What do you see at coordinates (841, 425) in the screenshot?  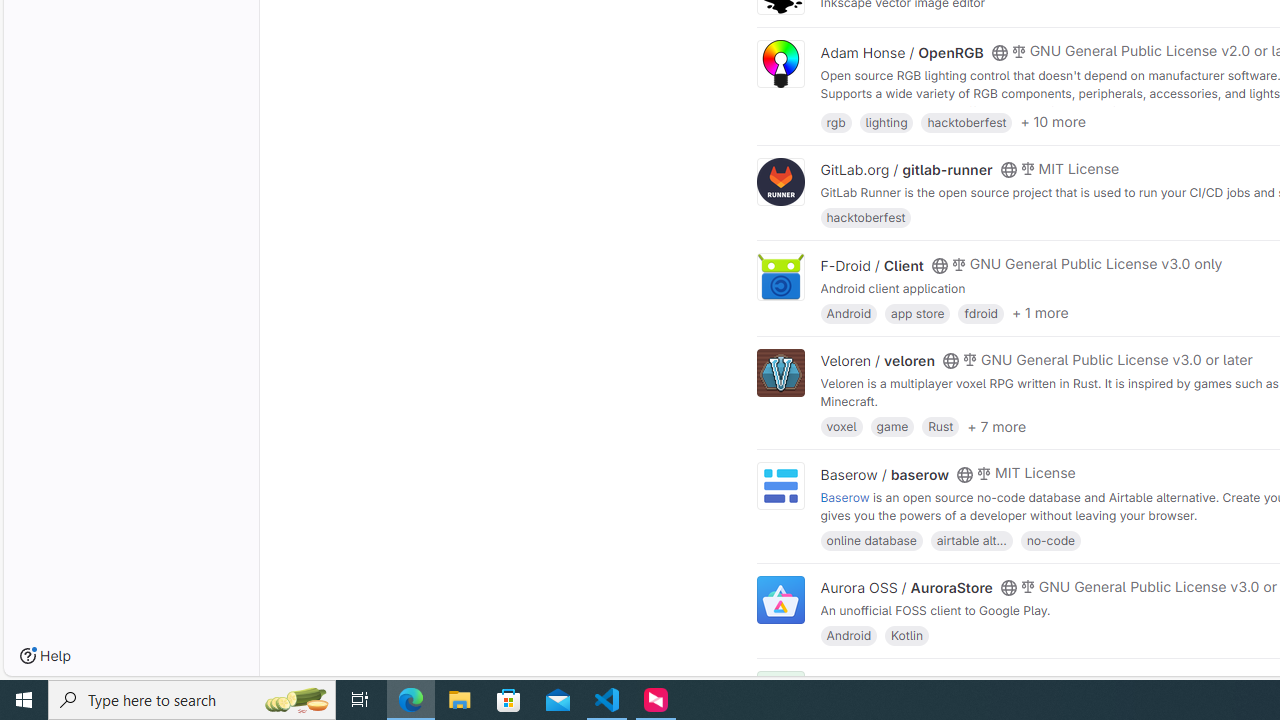 I see `'voxel'` at bounding box center [841, 425].